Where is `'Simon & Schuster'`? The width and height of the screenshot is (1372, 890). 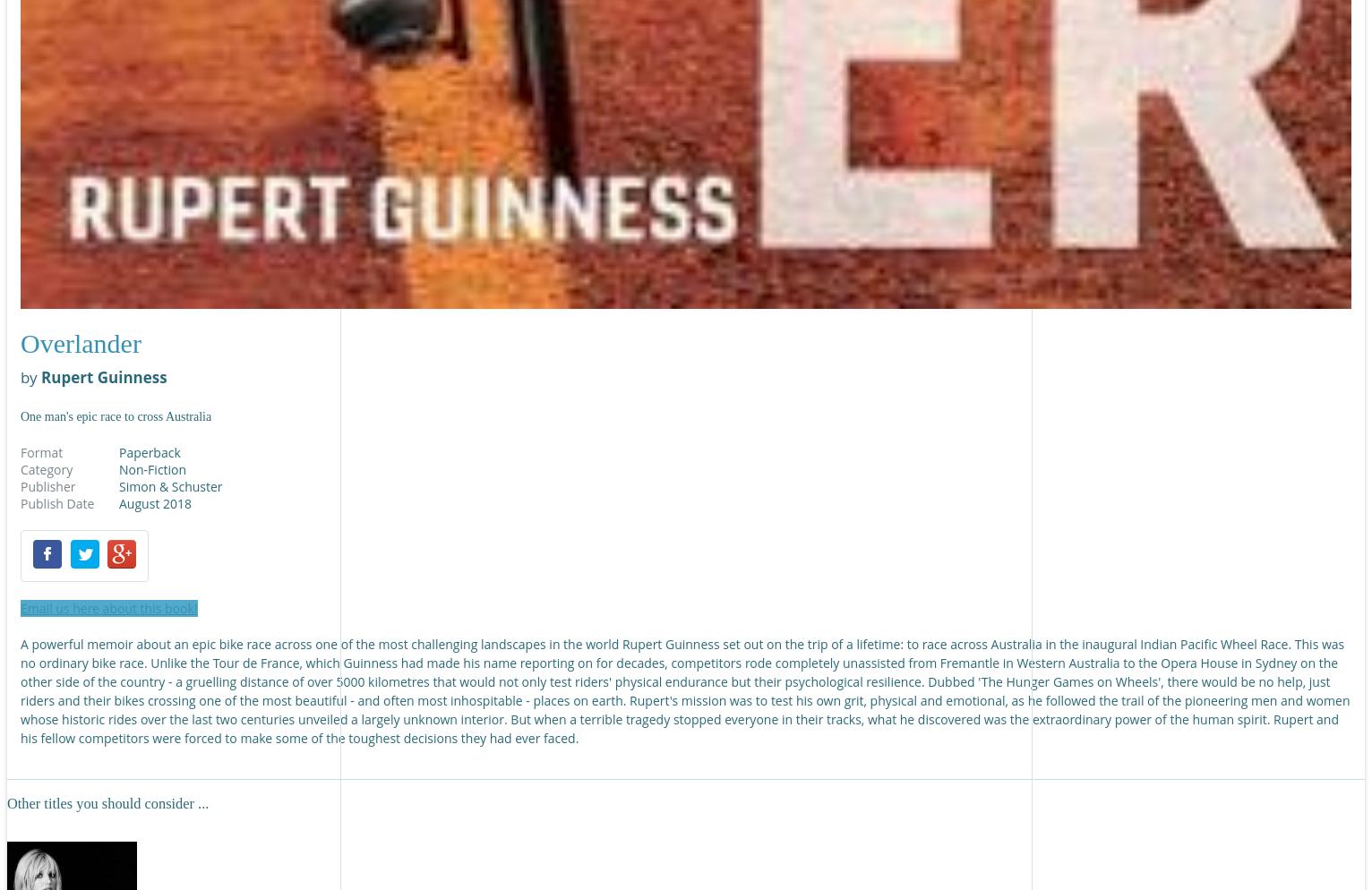 'Simon & Schuster' is located at coordinates (169, 484).